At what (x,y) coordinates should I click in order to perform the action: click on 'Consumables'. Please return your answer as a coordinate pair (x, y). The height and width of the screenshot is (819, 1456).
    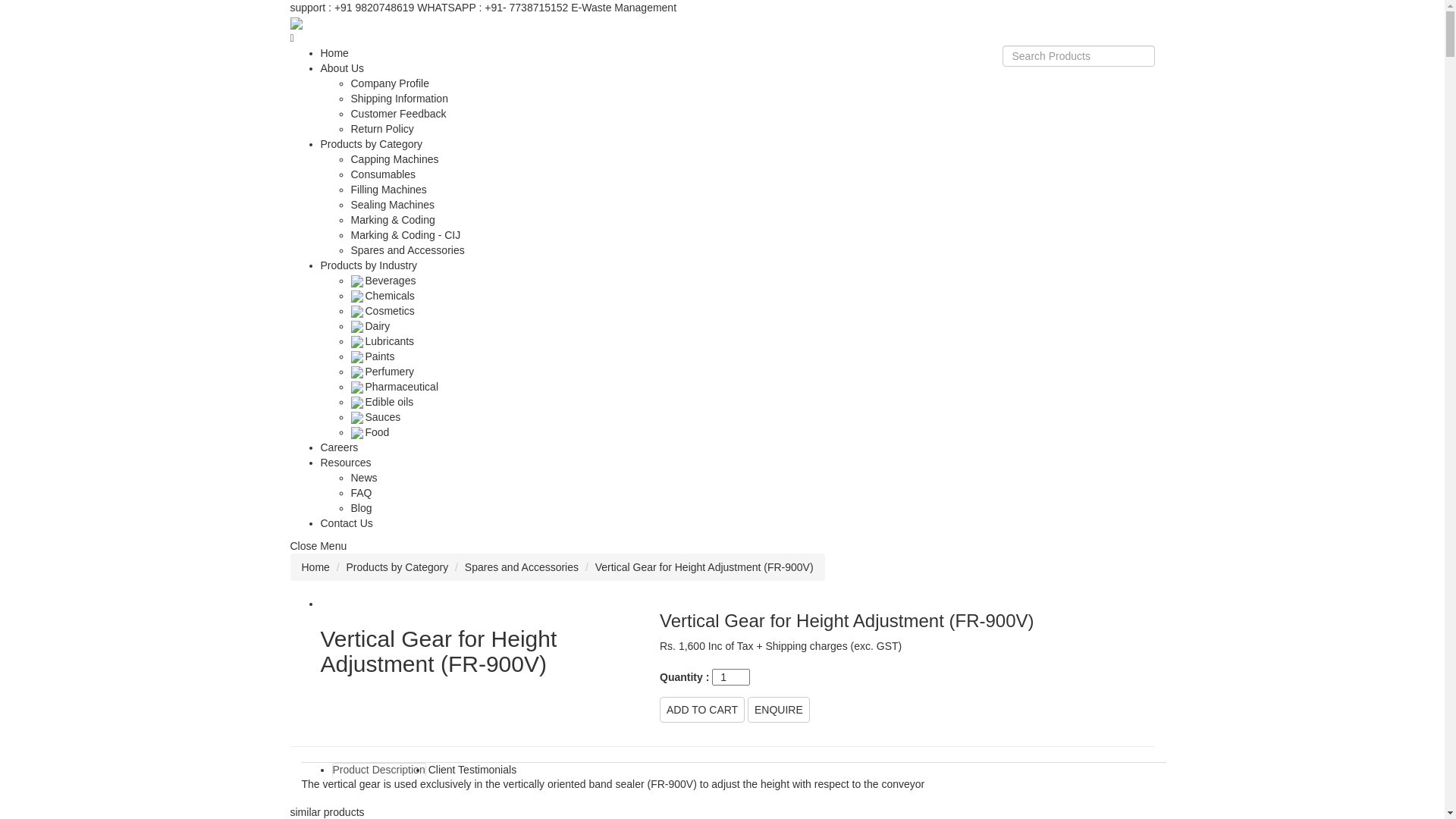
    Looking at the image, I should click on (349, 174).